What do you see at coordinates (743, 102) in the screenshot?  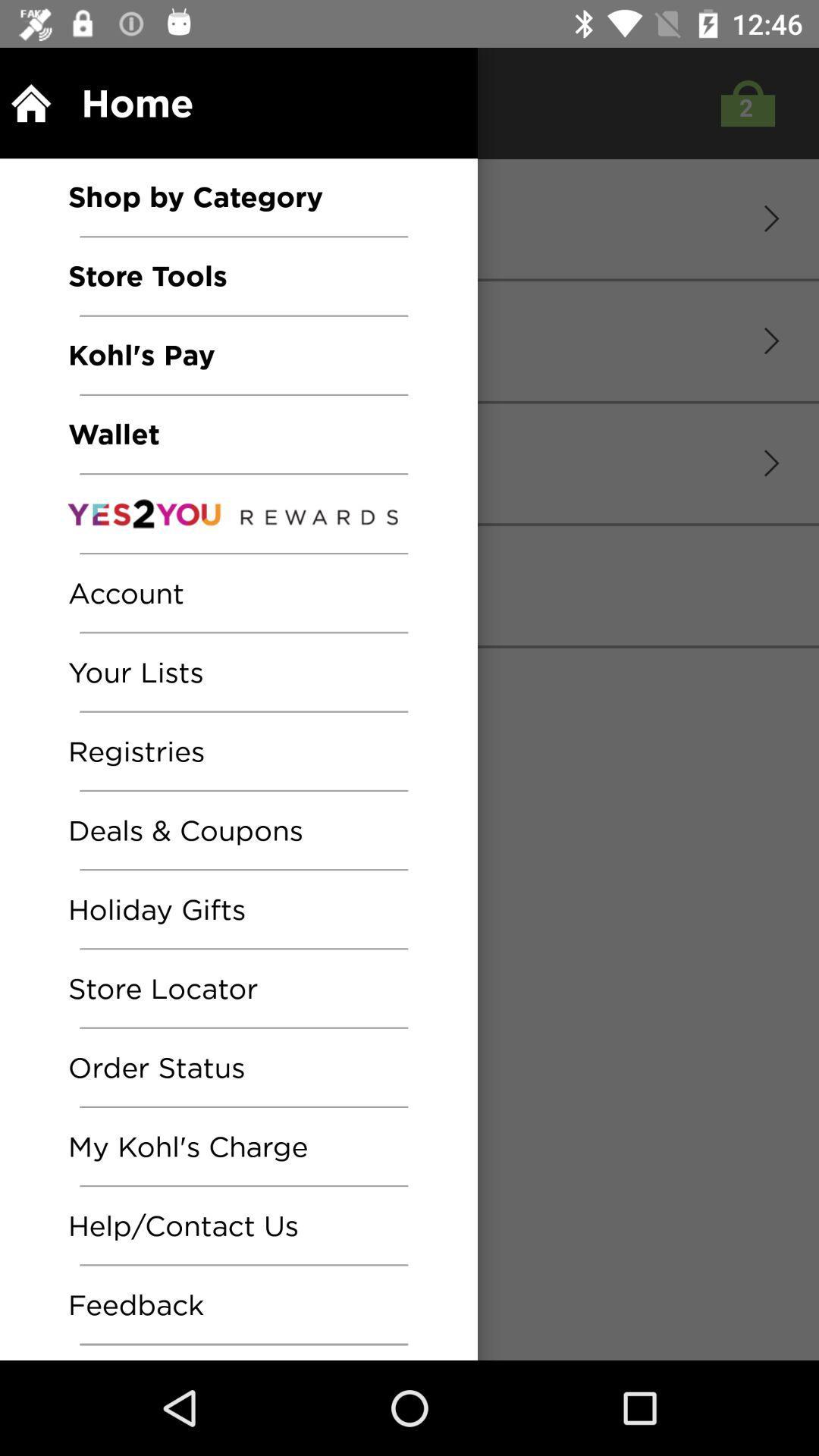 I see `the button at top of the page` at bounding box center [743, 102].